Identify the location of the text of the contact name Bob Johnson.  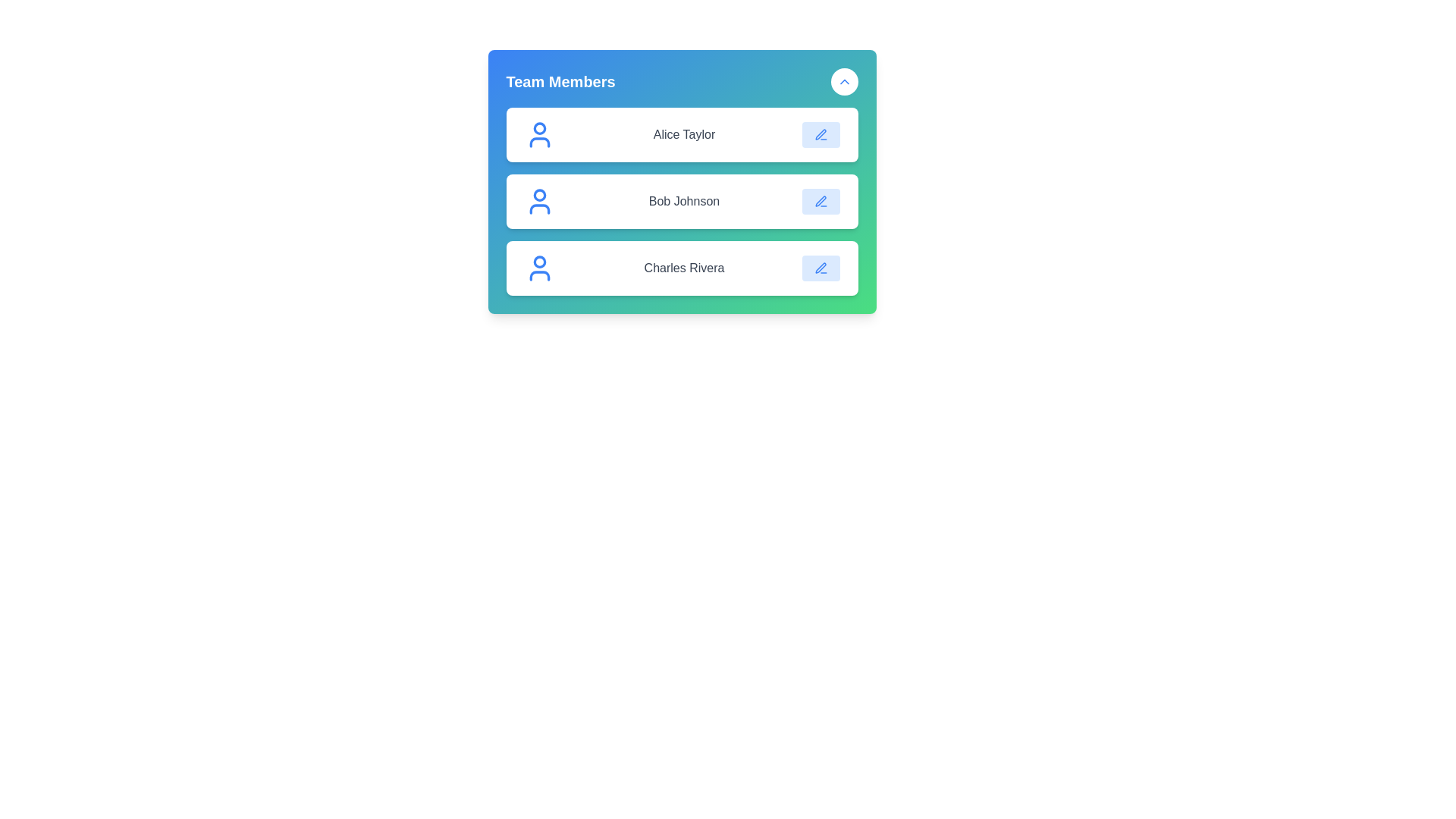
(683, 201).